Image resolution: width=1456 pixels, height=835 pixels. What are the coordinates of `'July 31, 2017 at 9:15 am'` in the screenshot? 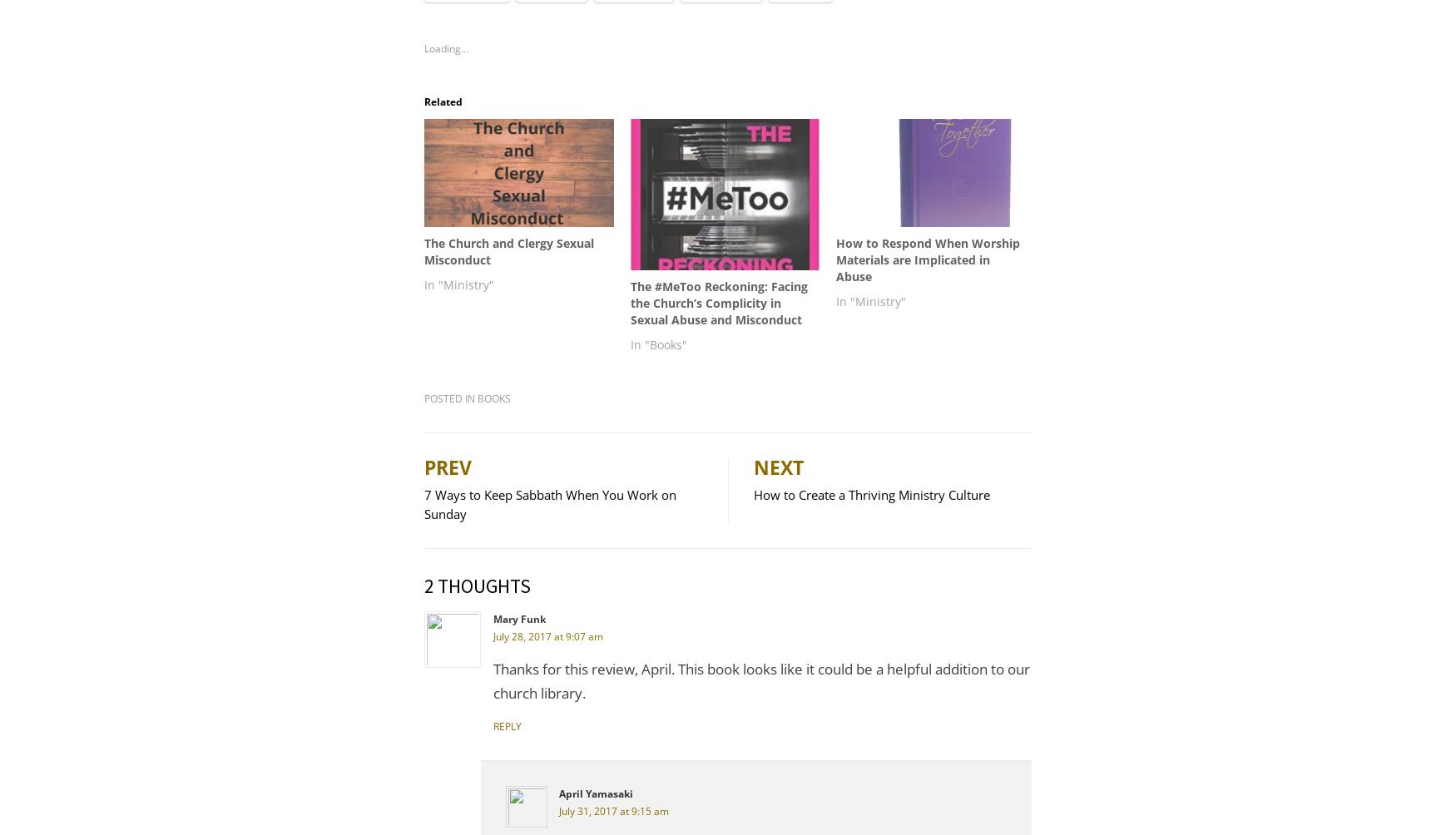 It's located at (613, 809).